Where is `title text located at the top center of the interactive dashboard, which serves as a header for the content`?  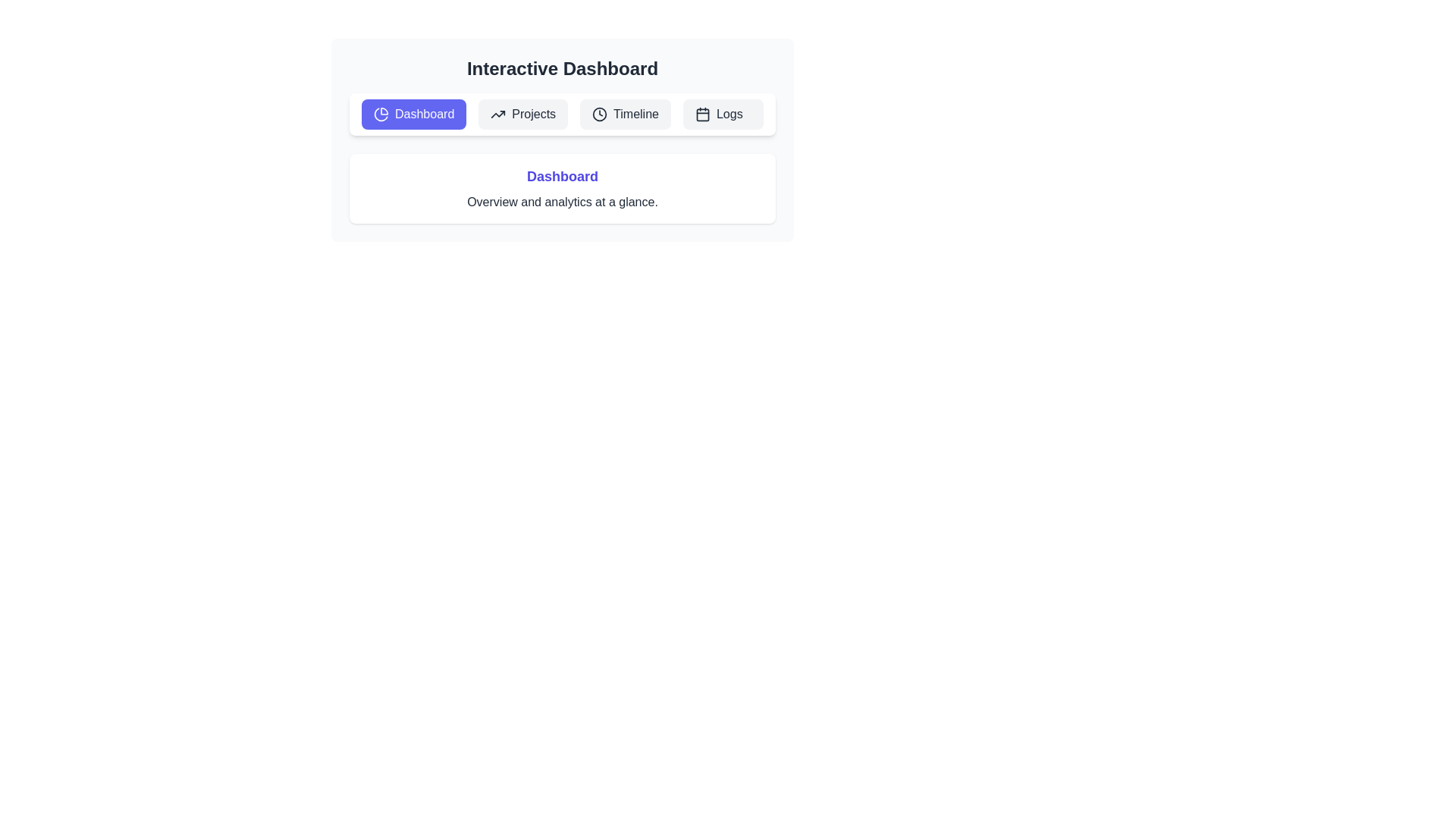
title text located at the top center of the interactive dashboard, which serves as a header for the content is located at coordinates (562, 69).